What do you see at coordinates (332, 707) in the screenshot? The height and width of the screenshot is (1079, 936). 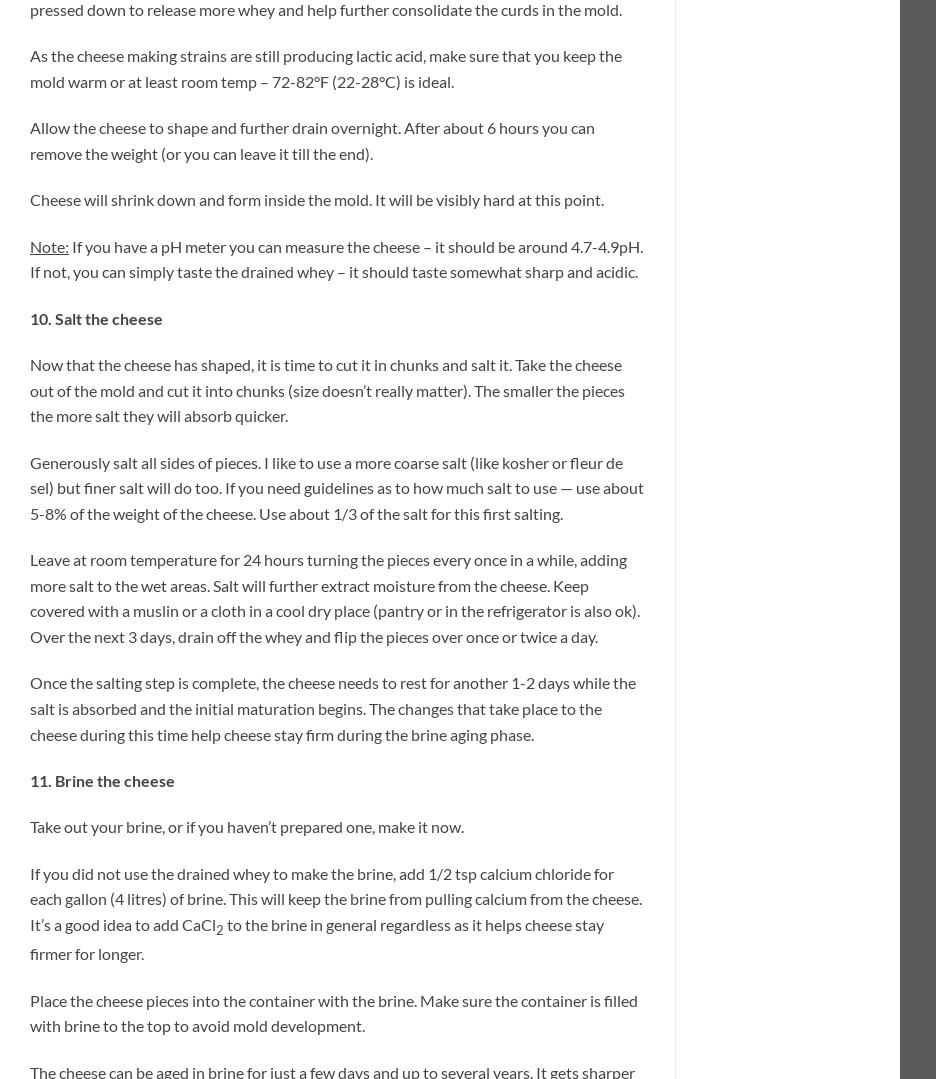 I see `'Once the salting step is complete, the cheese needs to rest for another 1-2 days while the salt is absorbed and the initial maturation begins. The changes that take place to the cheese during this time help cheese stay firm during the brine aging phase.'` at bounding box center [332, 707].